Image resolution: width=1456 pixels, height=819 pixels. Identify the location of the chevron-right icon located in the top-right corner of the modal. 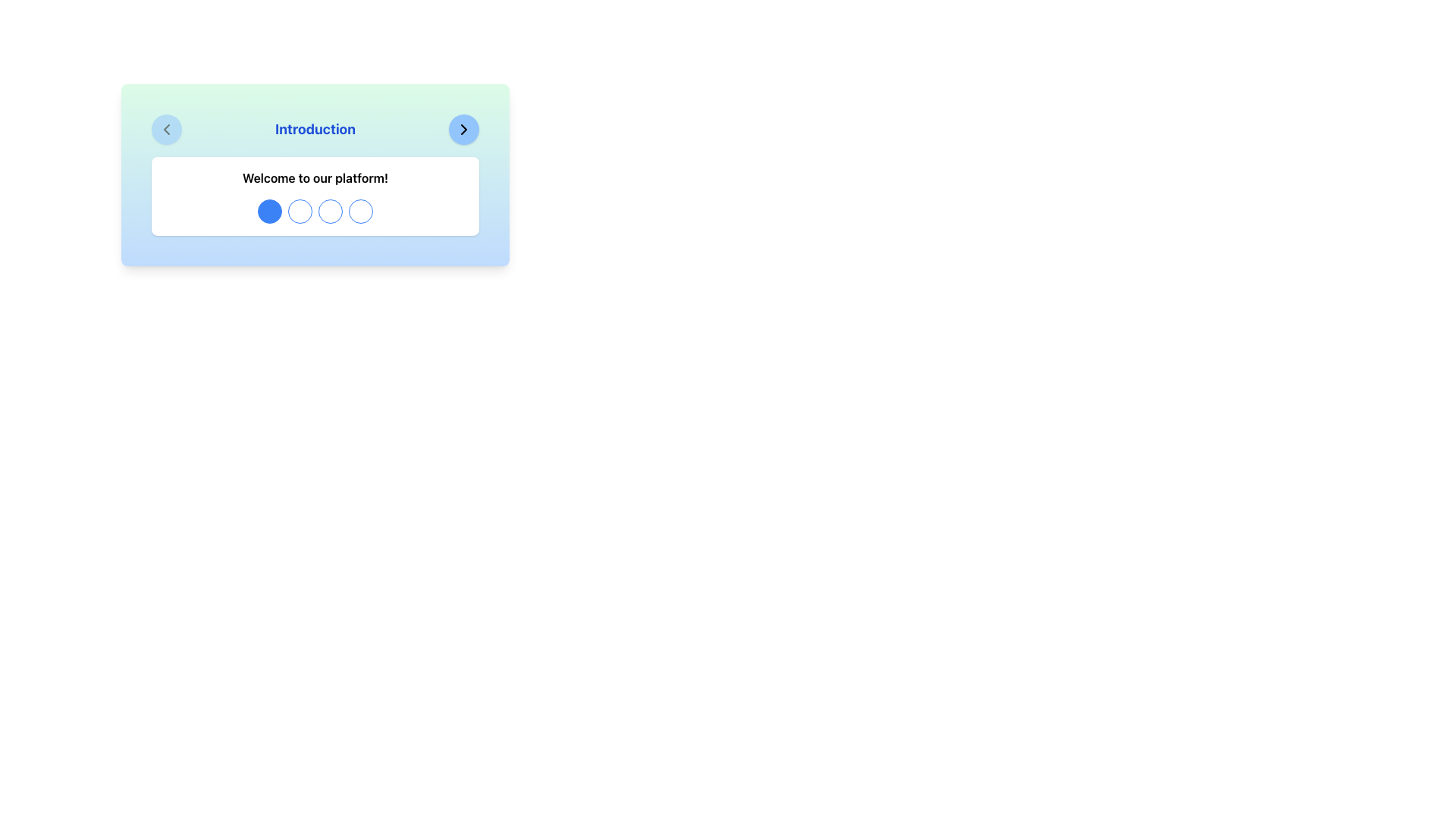
(463, 128).